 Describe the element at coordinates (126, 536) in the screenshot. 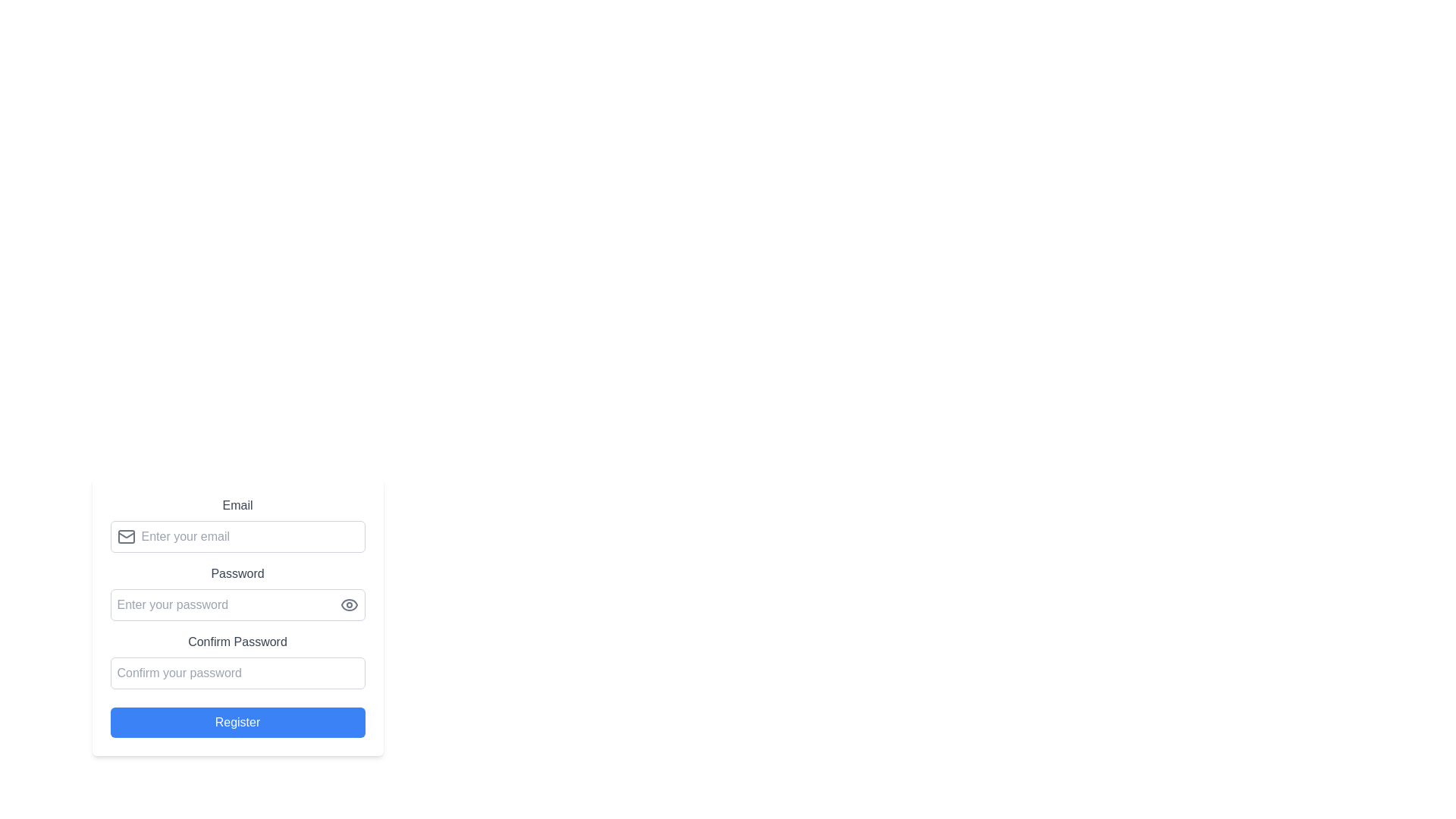

I see `the rounded rectangular icon component located within the email icon, adjacent to the email input field` at that location.